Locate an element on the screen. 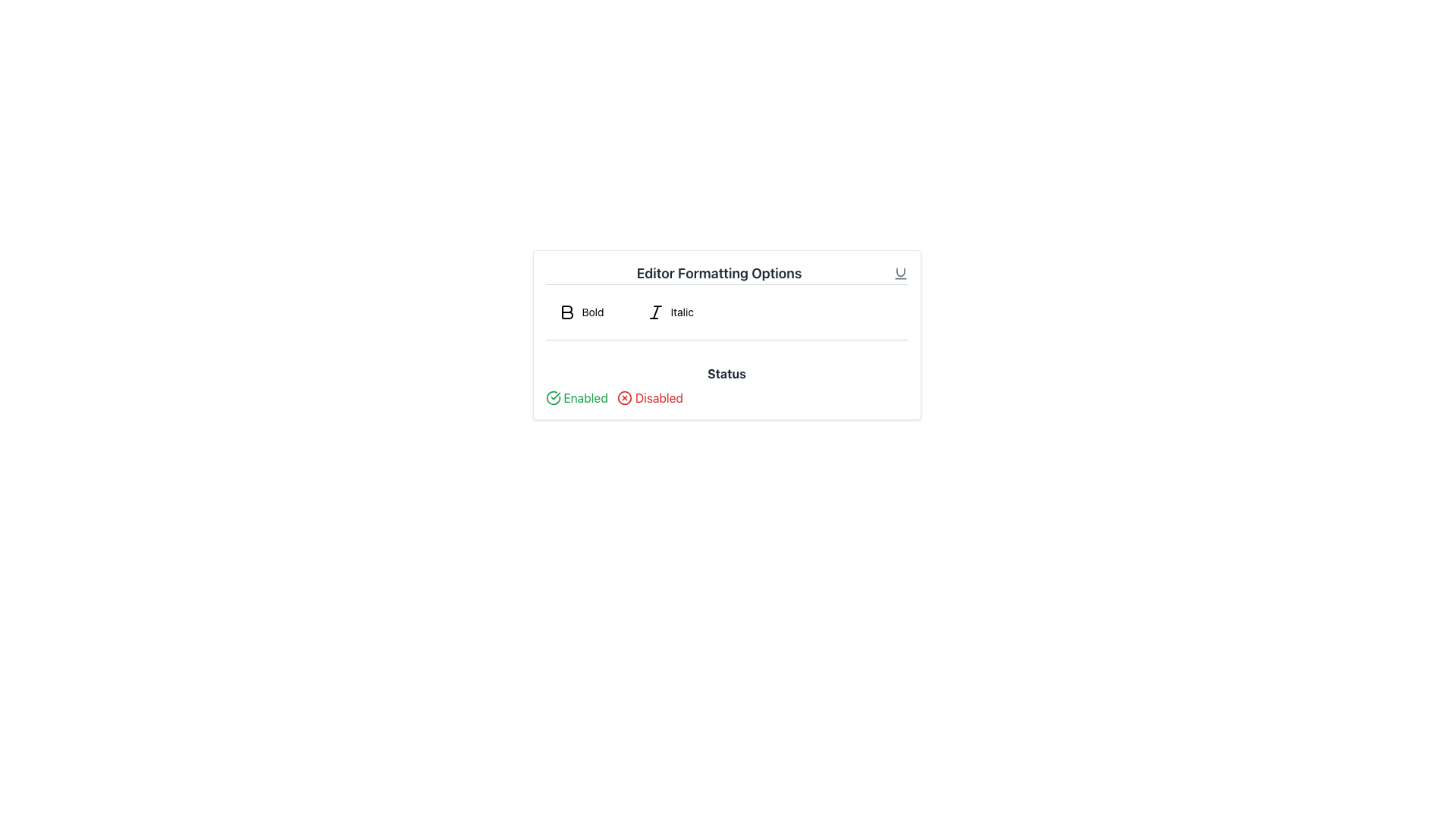 Image resolution: width=1456 pixels, height=819 pixels. the 'Bold' button, which is a rectangular button with a bold 'B' icon and the label 'Bold' is located at coordinates (580, 312).